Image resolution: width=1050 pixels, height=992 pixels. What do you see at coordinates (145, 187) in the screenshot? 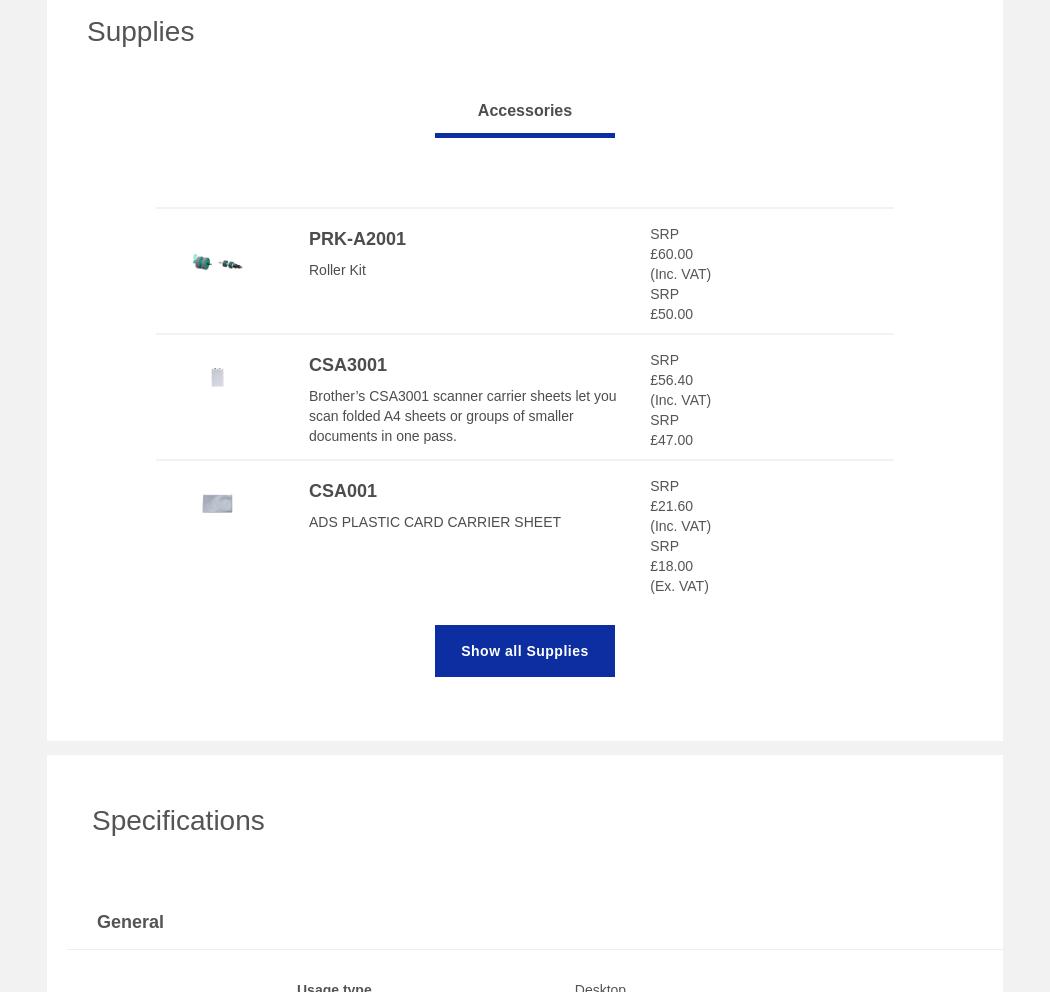
I see `'United Kingdom'` at bounding box center [145, 187].